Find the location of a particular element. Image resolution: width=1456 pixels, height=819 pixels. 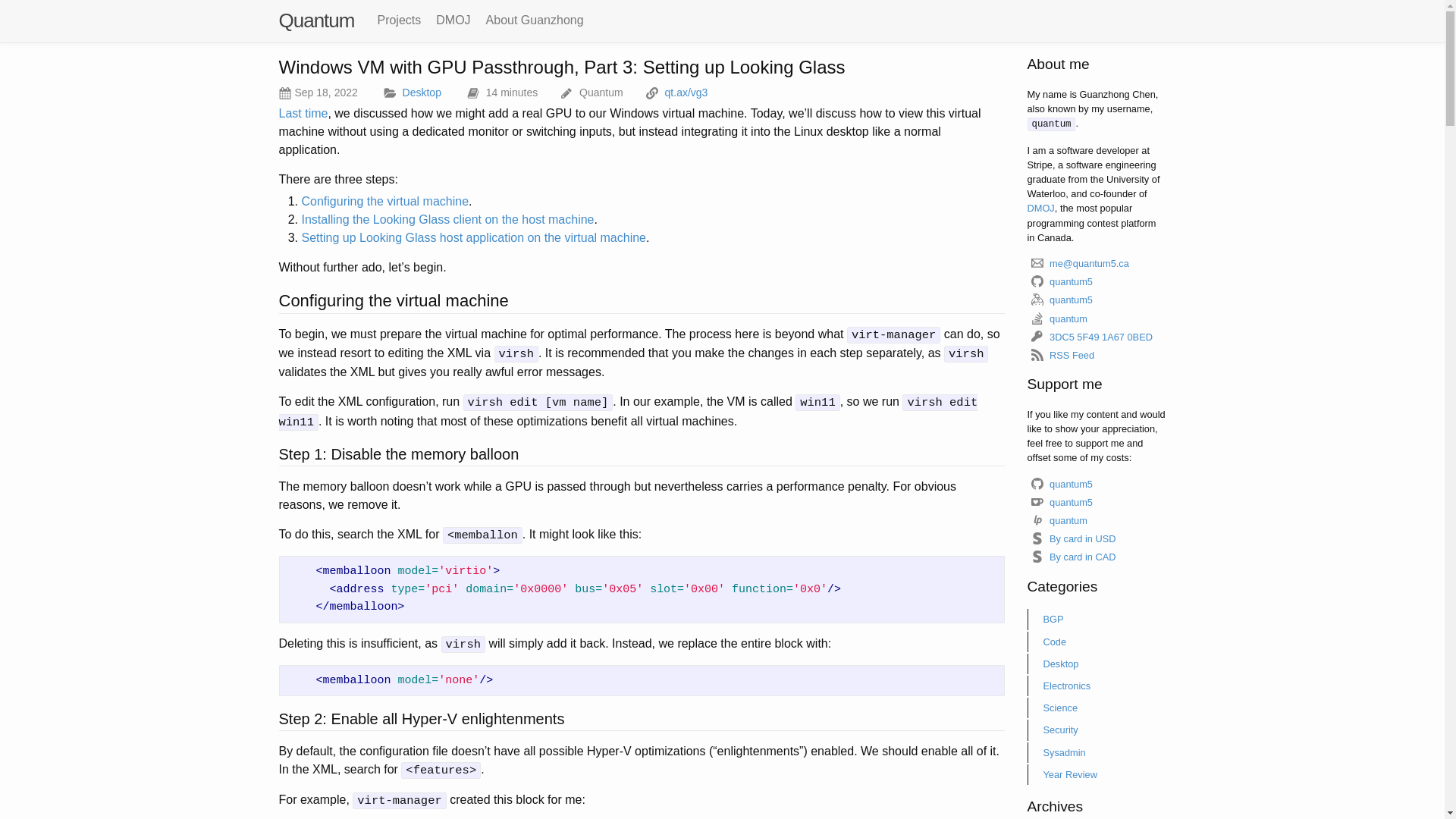

'About Guanzhong' is located at coordinates (535, 20).